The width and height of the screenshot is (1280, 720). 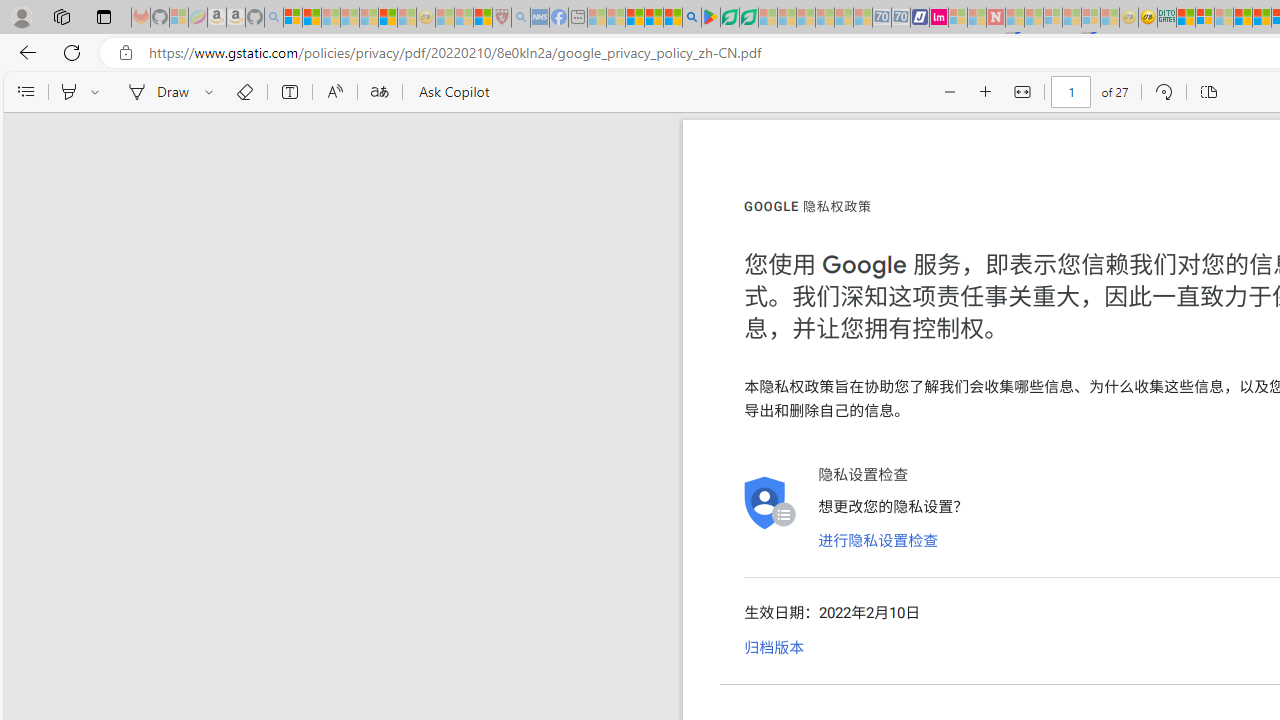 What do you see at coordinates (25, 92) in the screenshot?
I see `'Contents'` at bounding box center [25, 92].